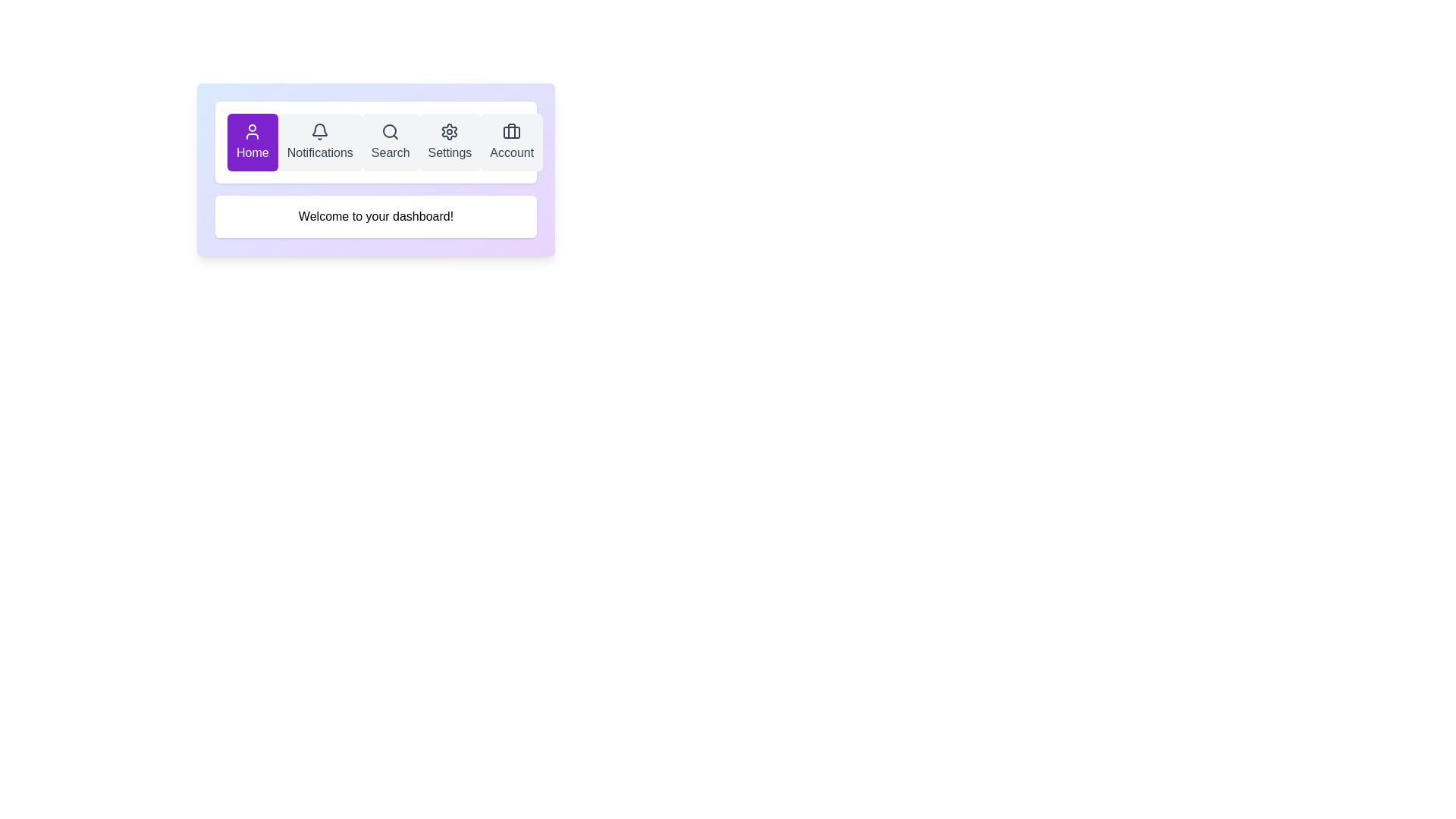  What do you see at coordinates (375, 143) in the screenshot?
I see `the 'Search' button in the navigation bar` at bounding box center [375, 143].